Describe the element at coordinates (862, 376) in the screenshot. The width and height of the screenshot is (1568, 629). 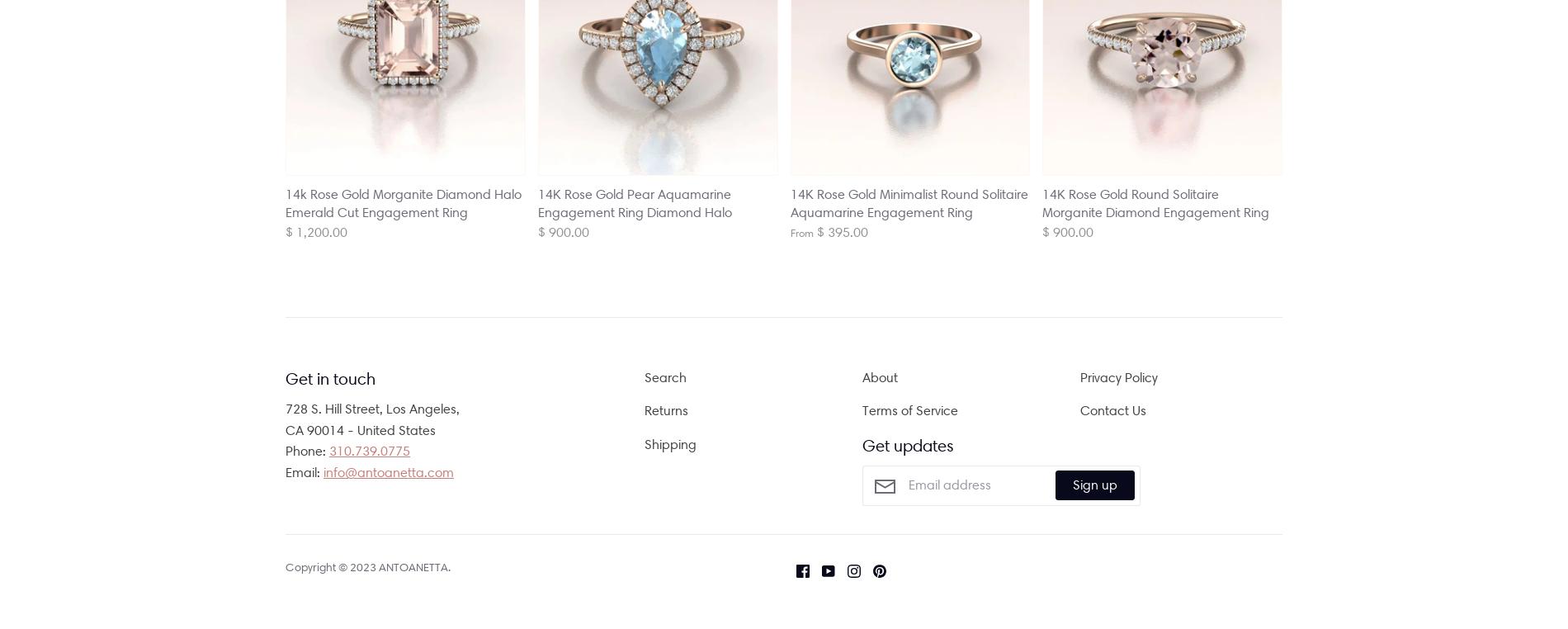
I see `'About'` at that location.